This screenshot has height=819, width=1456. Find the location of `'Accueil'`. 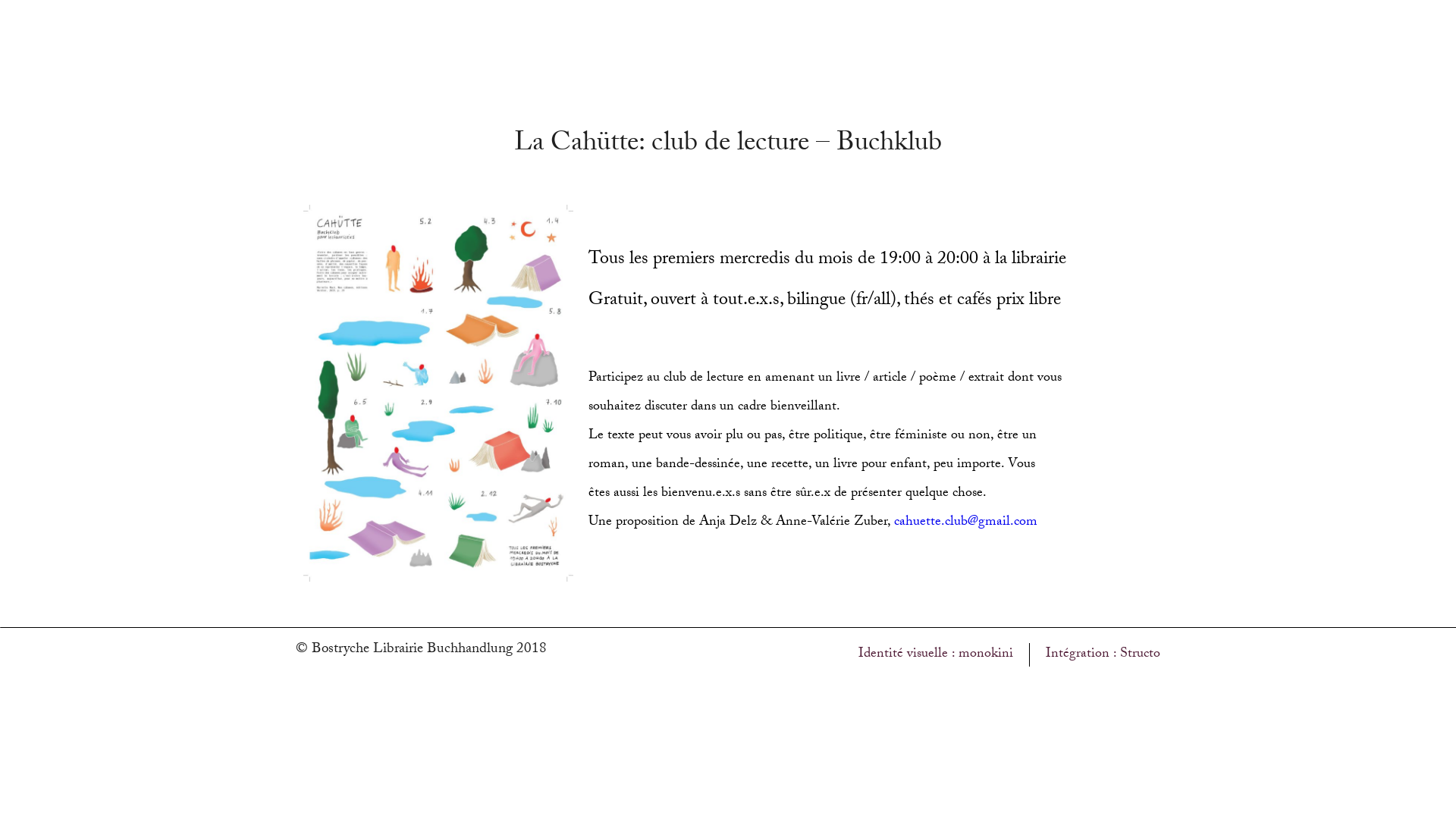

'Accueil' is located at coordinates (331, 29).